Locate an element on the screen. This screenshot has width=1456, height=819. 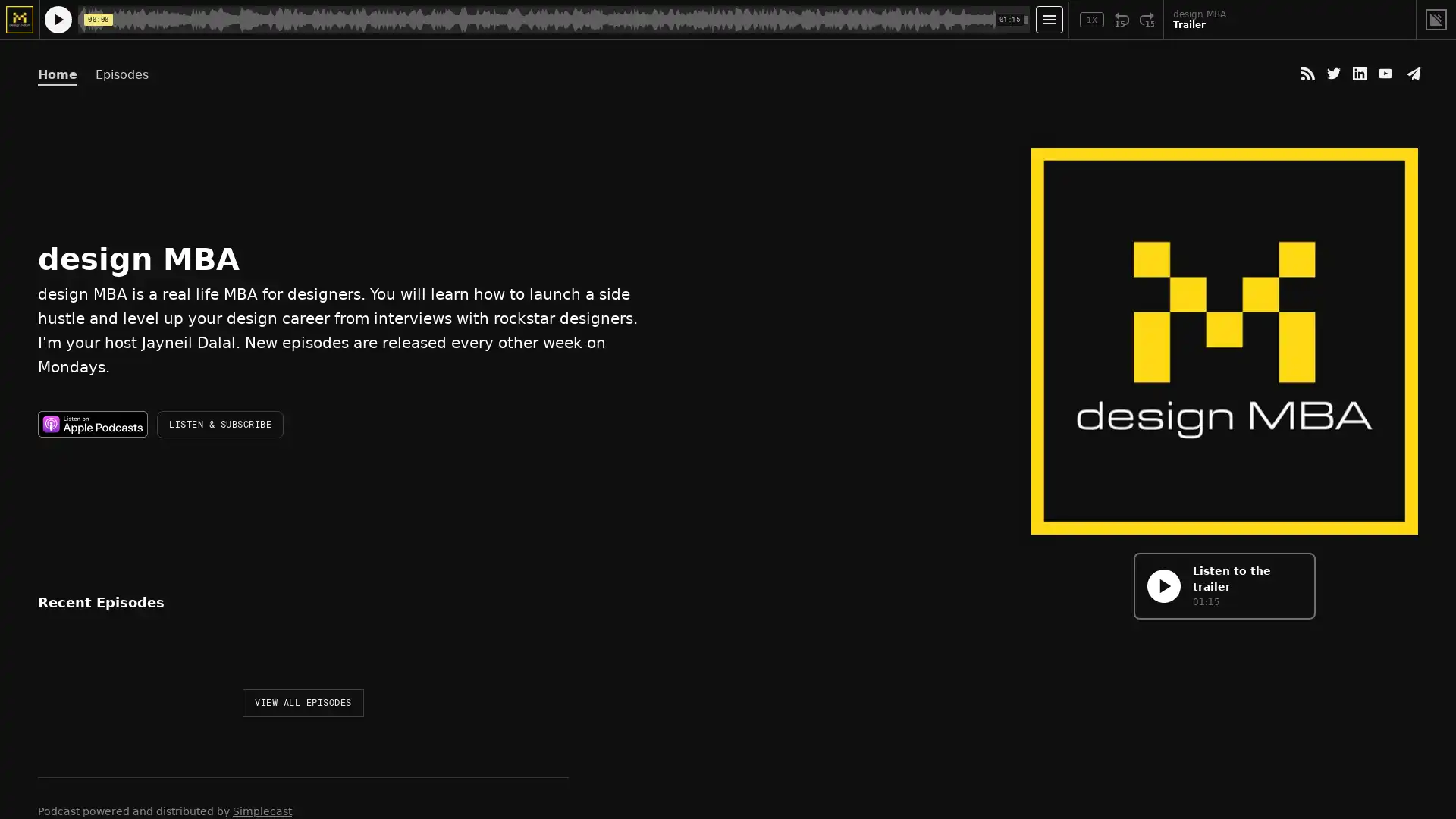
Play is located at coordinates (1163, 585).